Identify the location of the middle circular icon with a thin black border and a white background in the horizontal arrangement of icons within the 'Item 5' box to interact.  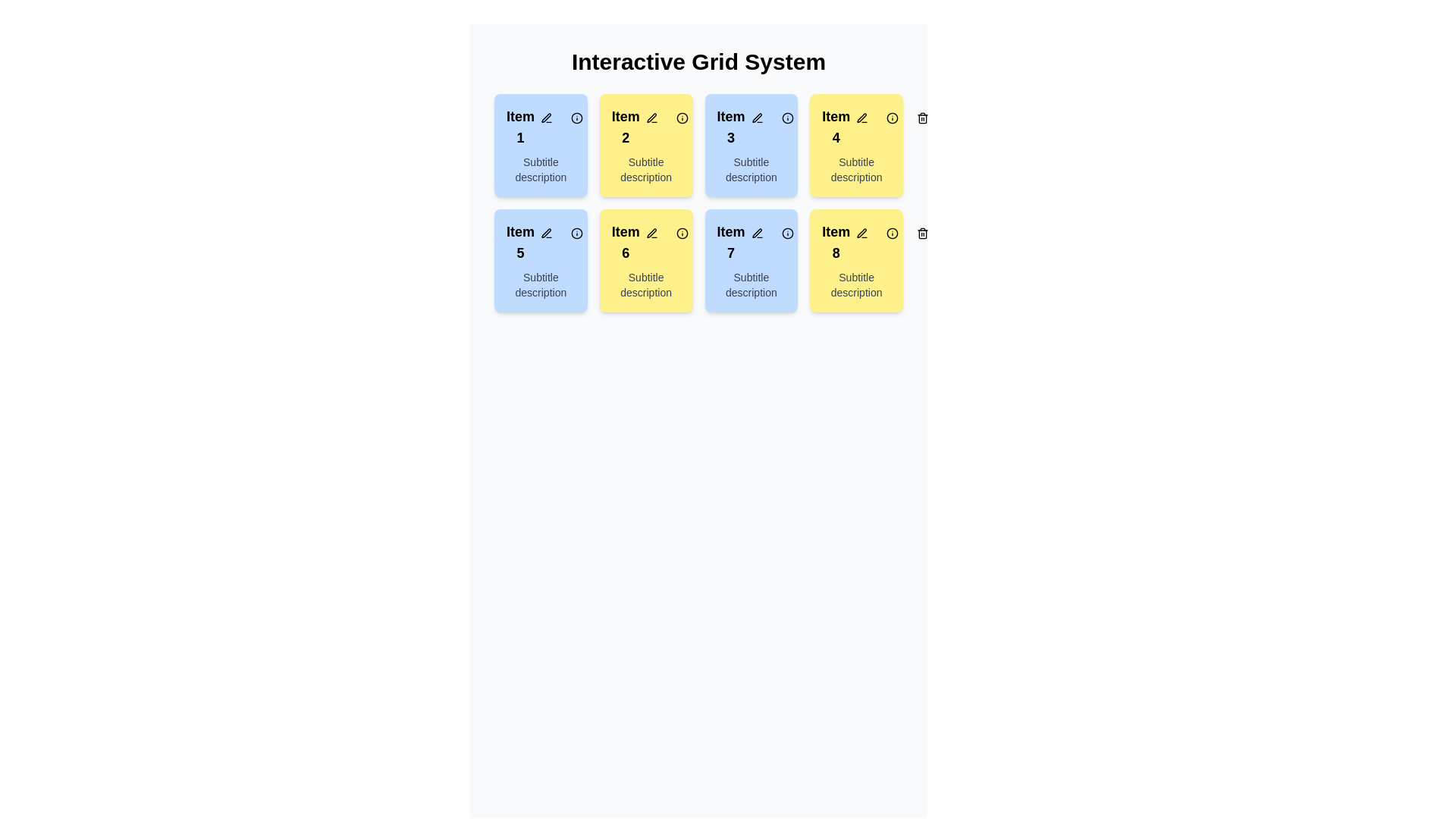
(576, 234).